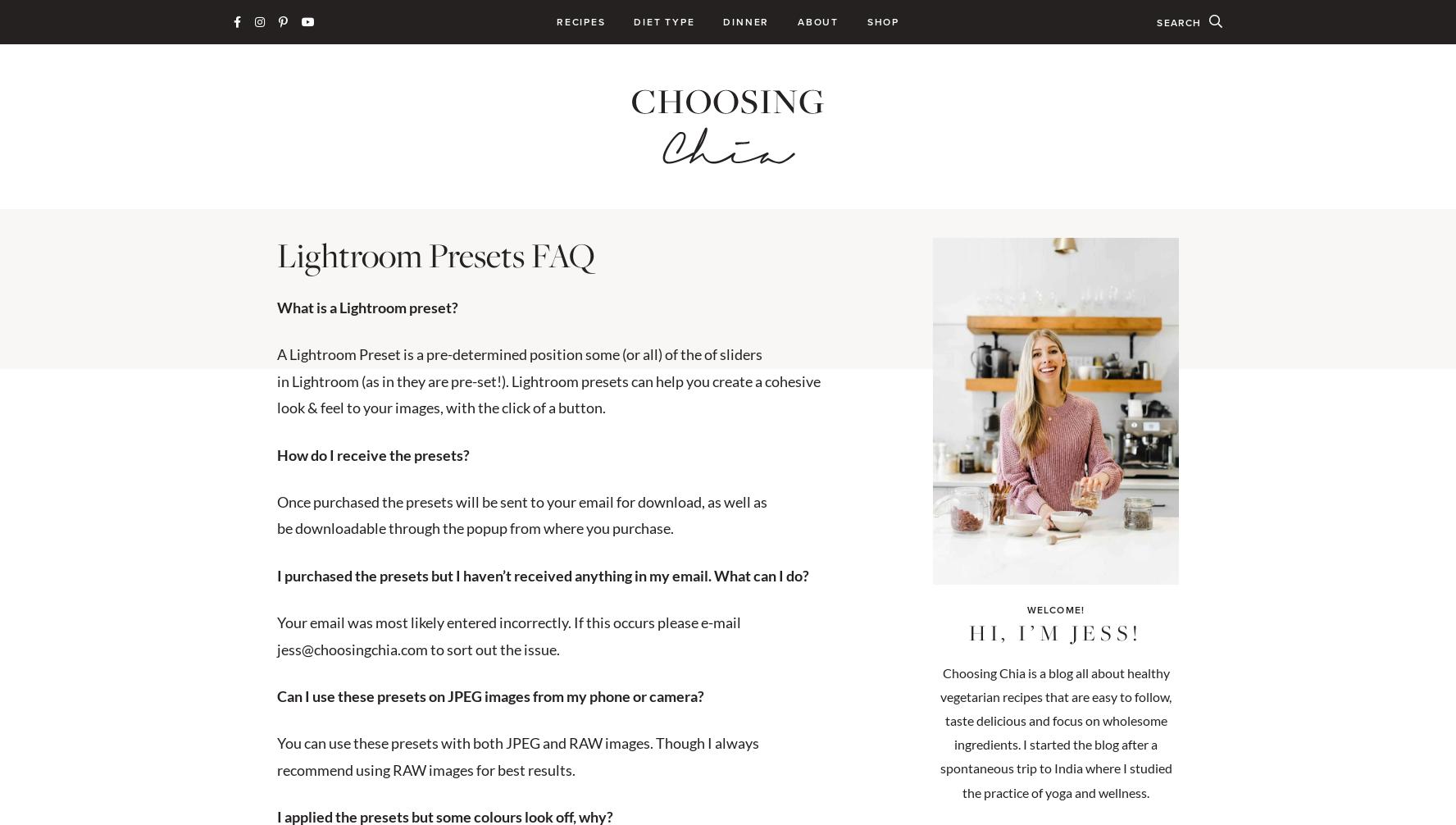 The height and width of the screenshot is (825, 1456). Describe the element at coordinates (517, 754) in the screenshot. I see `'You can use these presets with both JPEG and RAW images. Though I always recommend using RAW images for best results.'` at that location.